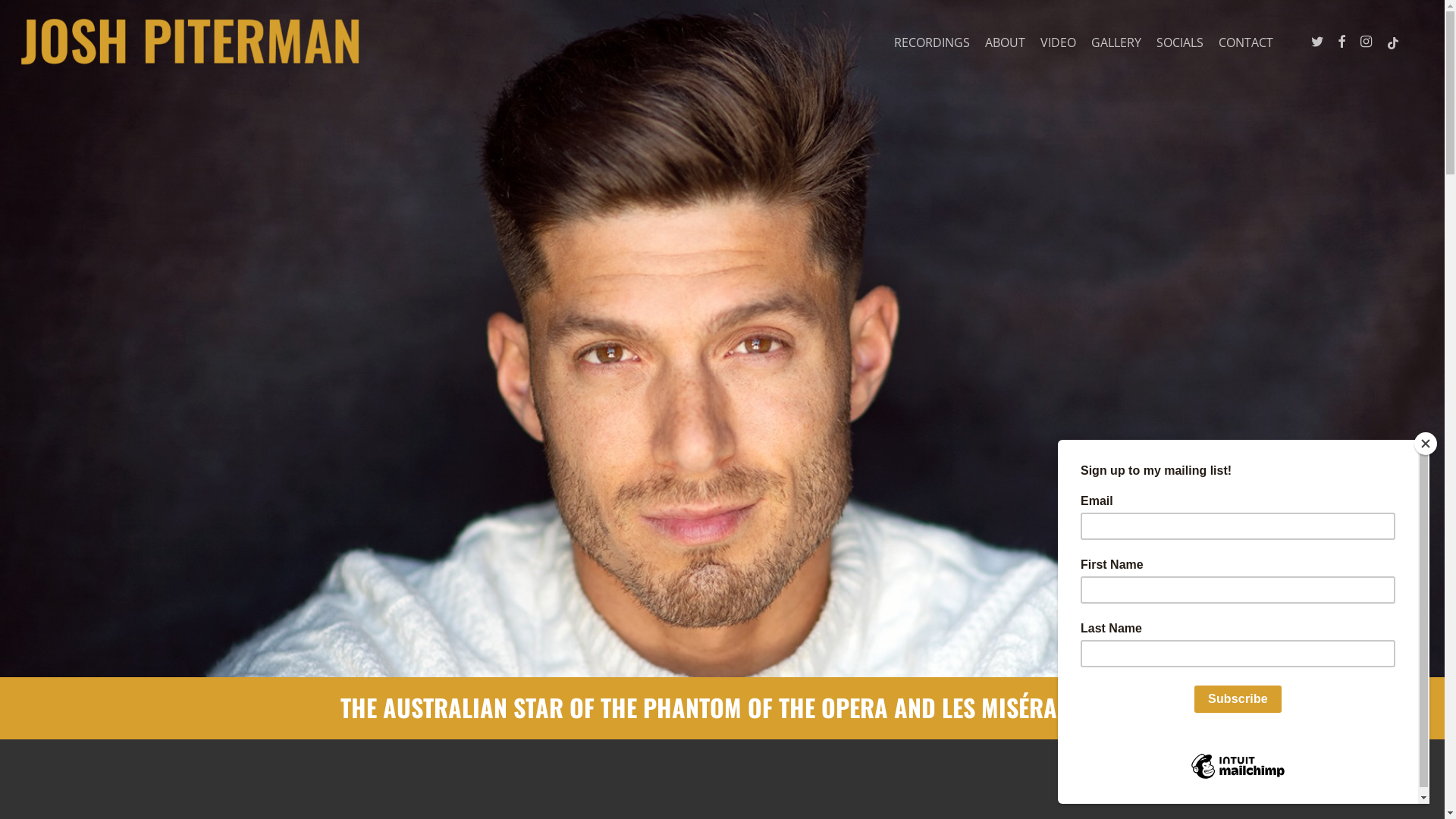  I want to click on 'CONTACT', so click(1245, 42).